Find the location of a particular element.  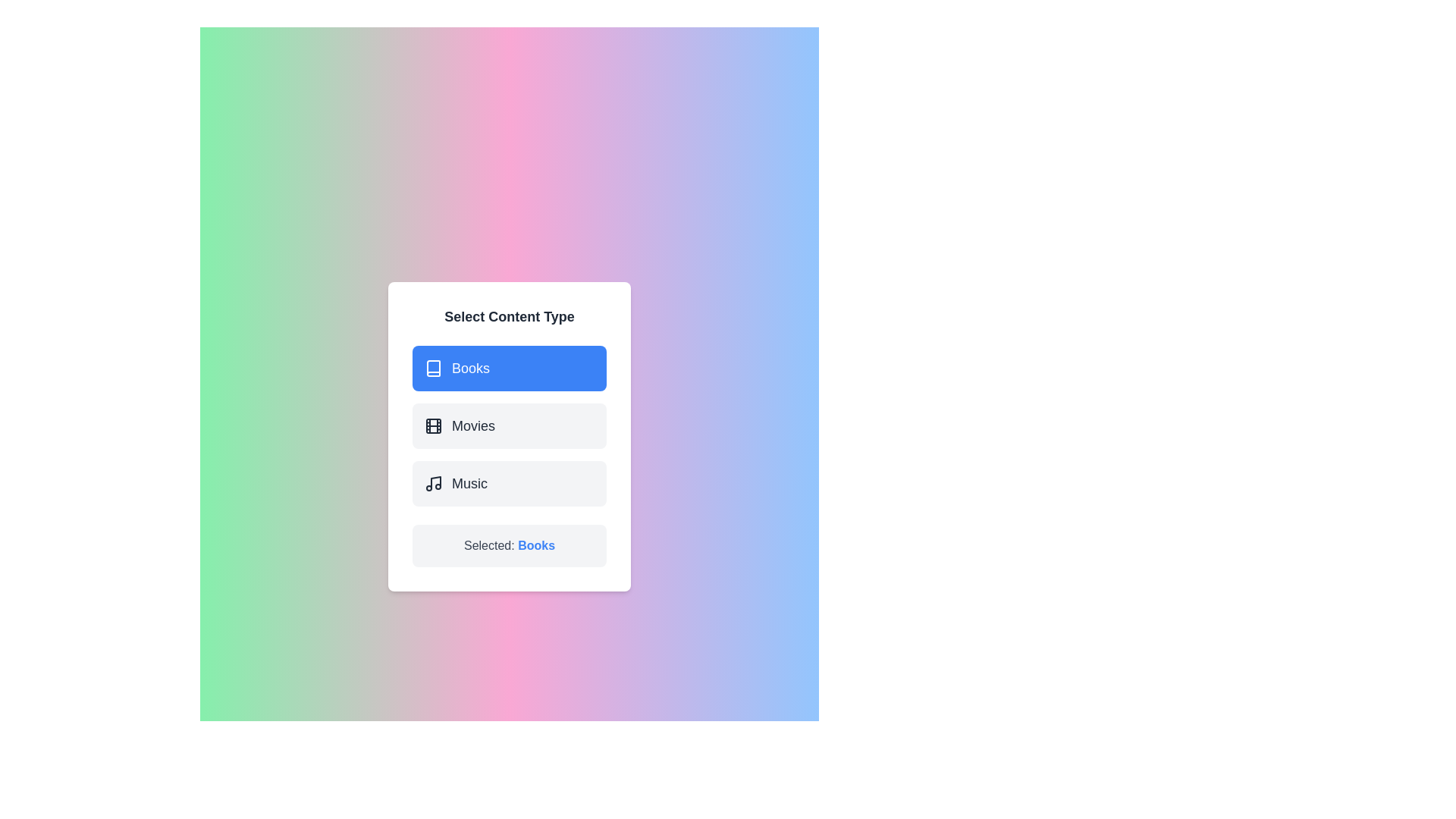

the 'Movies' button, which is the second button in a vertical stack of three is located at coordinates (510, 426).